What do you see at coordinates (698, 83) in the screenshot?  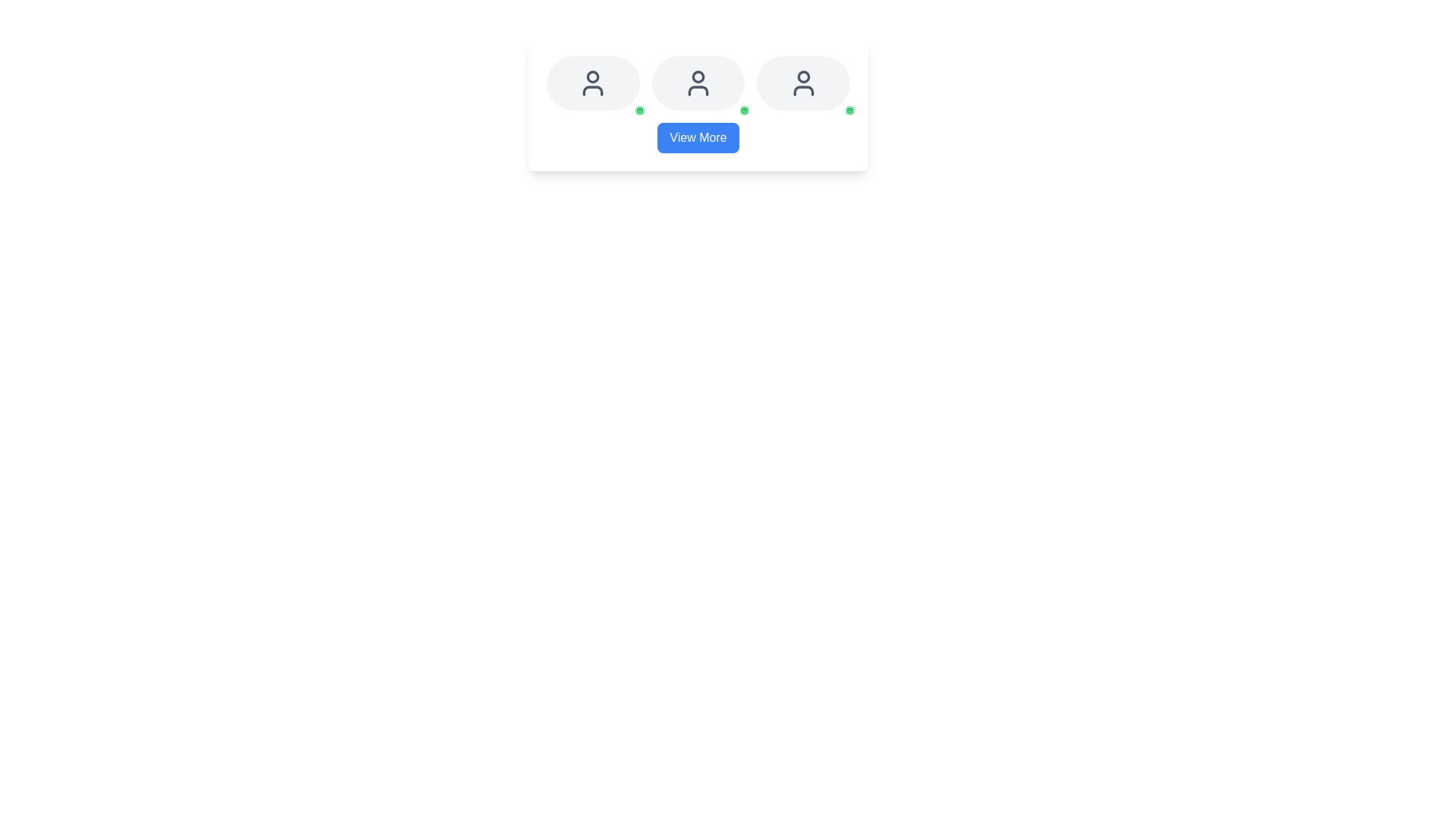 I see `the User profile icon with a status indicator, which is a circular badge with a light gray background and a centered gray user profile icon, featuring a small green dot with a smiley at the bottom-right corner` at bounding box center [698, 83].